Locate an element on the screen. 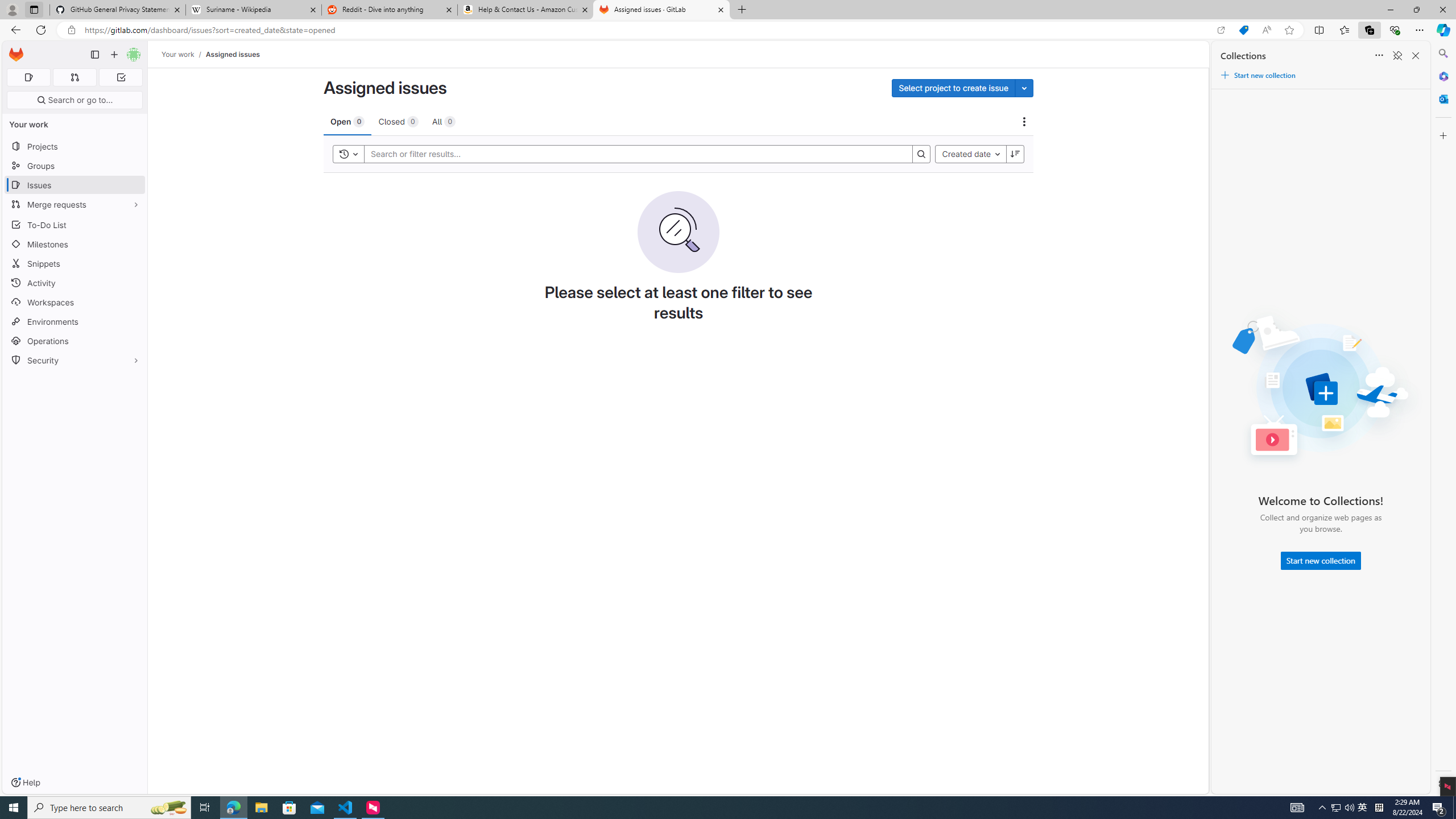 The image size is (1456, 819). 'Security' is located at coordinates (74, 359).